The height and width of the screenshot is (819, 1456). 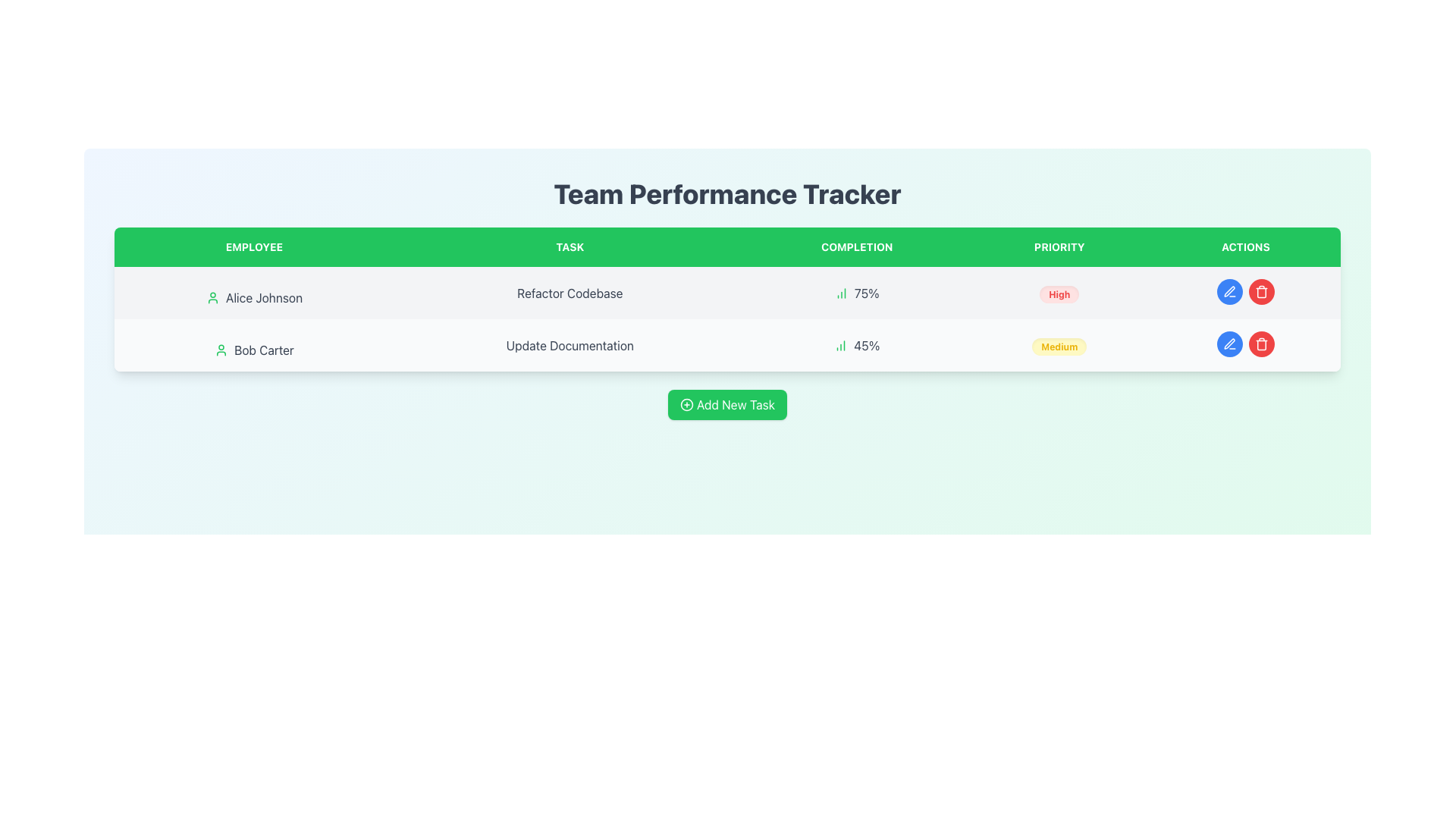 What do you see at coordinates (569, 345) in the screenshot?
I see `the text label displaying the task name for 'Bob Carter' located in the second row of the table under the 'TASK' column` at bounding box center [569, 345].